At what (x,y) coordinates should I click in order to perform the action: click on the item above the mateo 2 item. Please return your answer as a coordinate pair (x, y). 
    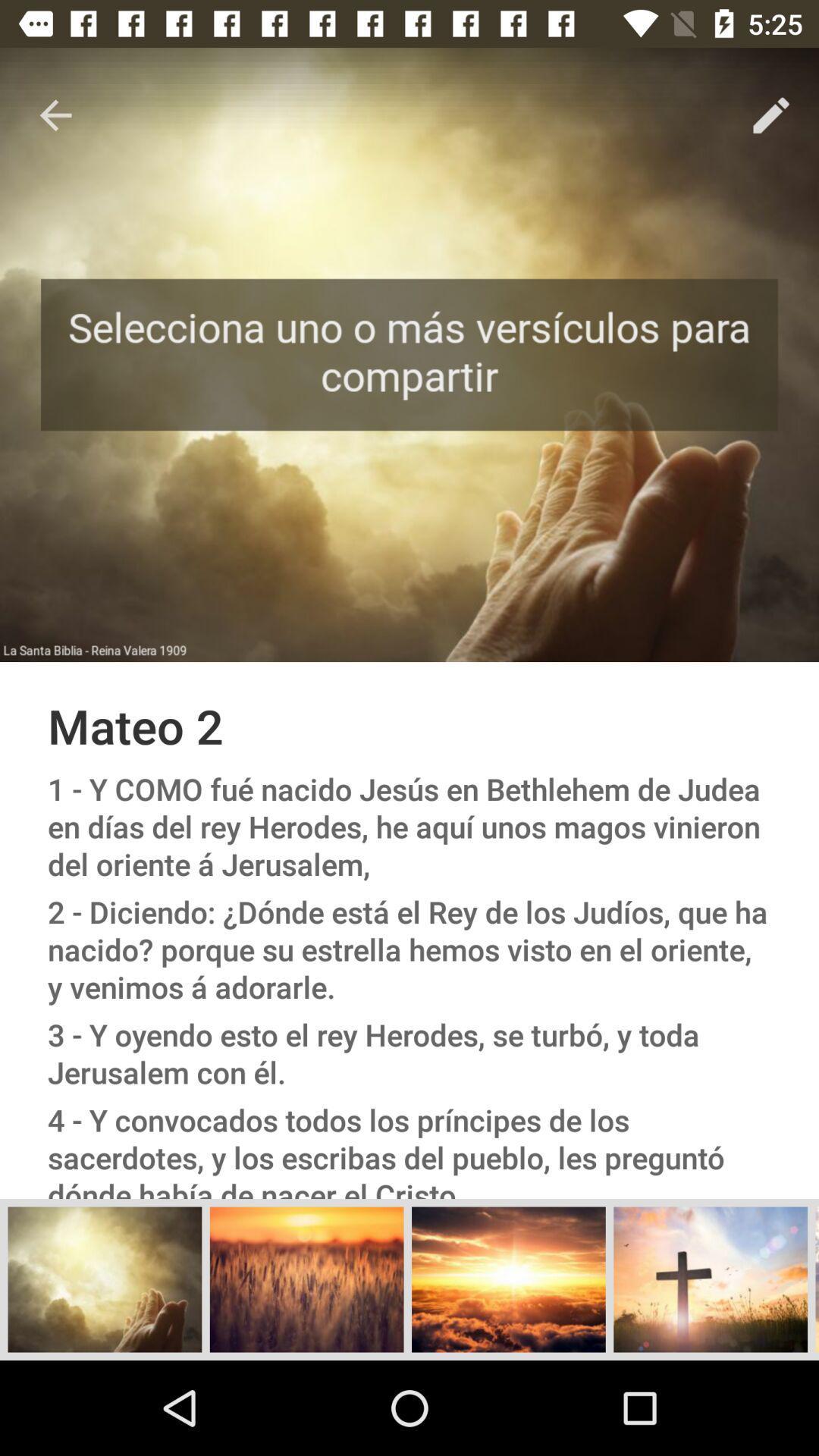
    Looking at the image, I should click on (771, 115).